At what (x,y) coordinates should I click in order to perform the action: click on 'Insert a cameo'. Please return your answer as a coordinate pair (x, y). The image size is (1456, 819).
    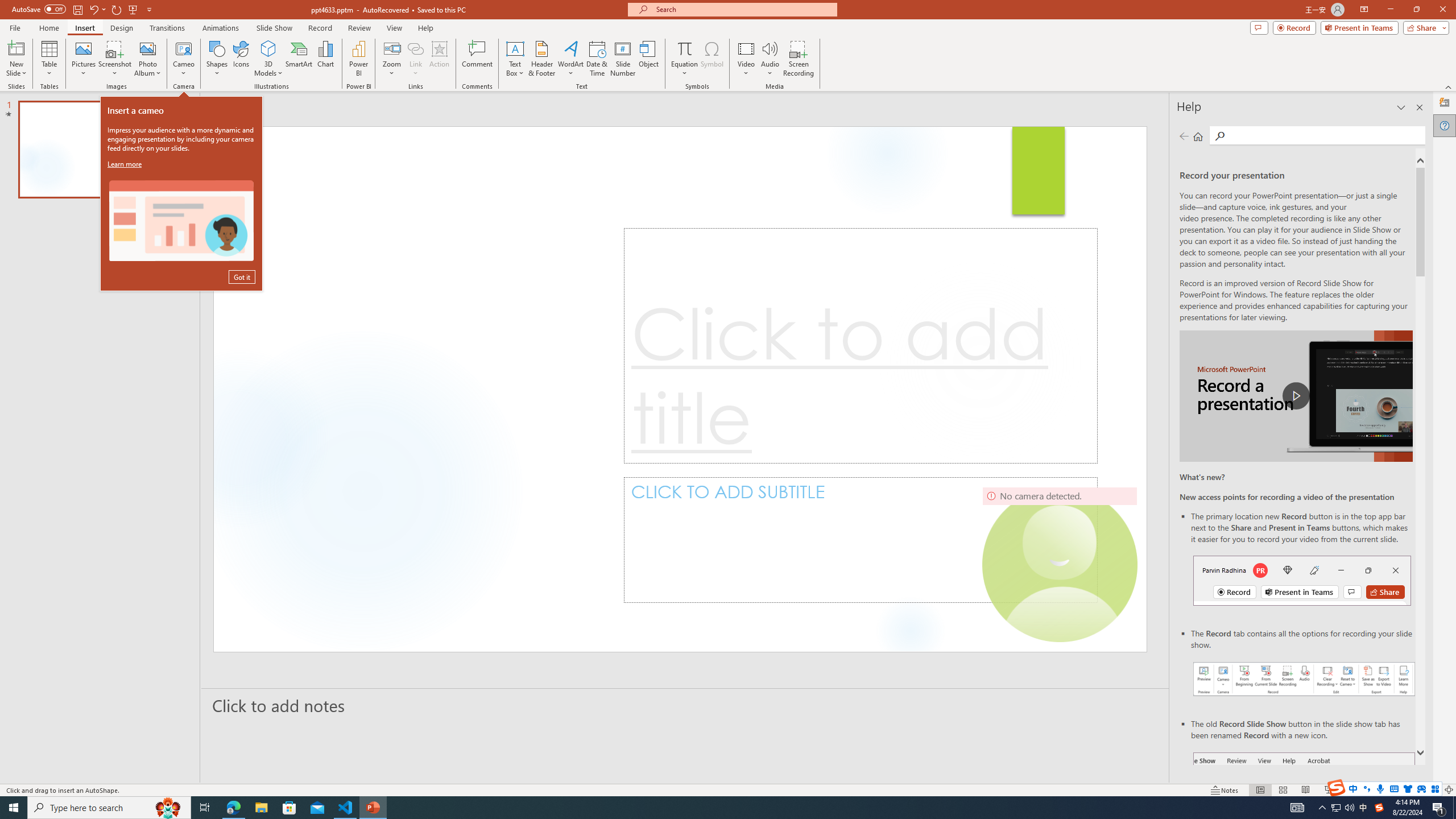
    Looking at the image, I should click on (180, 220).